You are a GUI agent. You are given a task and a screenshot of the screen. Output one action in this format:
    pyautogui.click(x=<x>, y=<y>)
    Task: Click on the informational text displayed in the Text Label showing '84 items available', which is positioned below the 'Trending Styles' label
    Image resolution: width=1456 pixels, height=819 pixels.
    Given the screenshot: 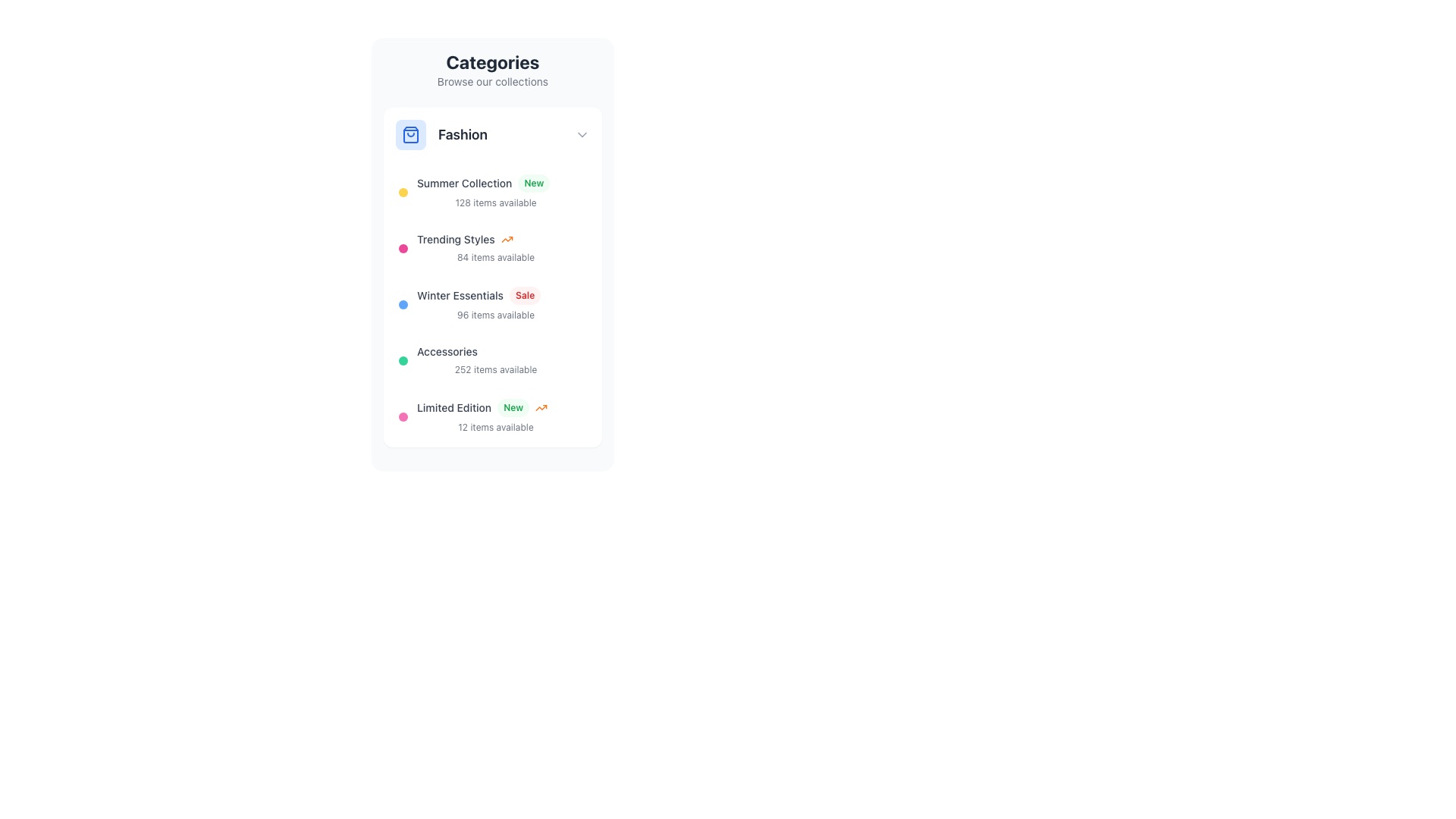 What is the action you would take?
    pyautogui.click(x=495, y=256)
    